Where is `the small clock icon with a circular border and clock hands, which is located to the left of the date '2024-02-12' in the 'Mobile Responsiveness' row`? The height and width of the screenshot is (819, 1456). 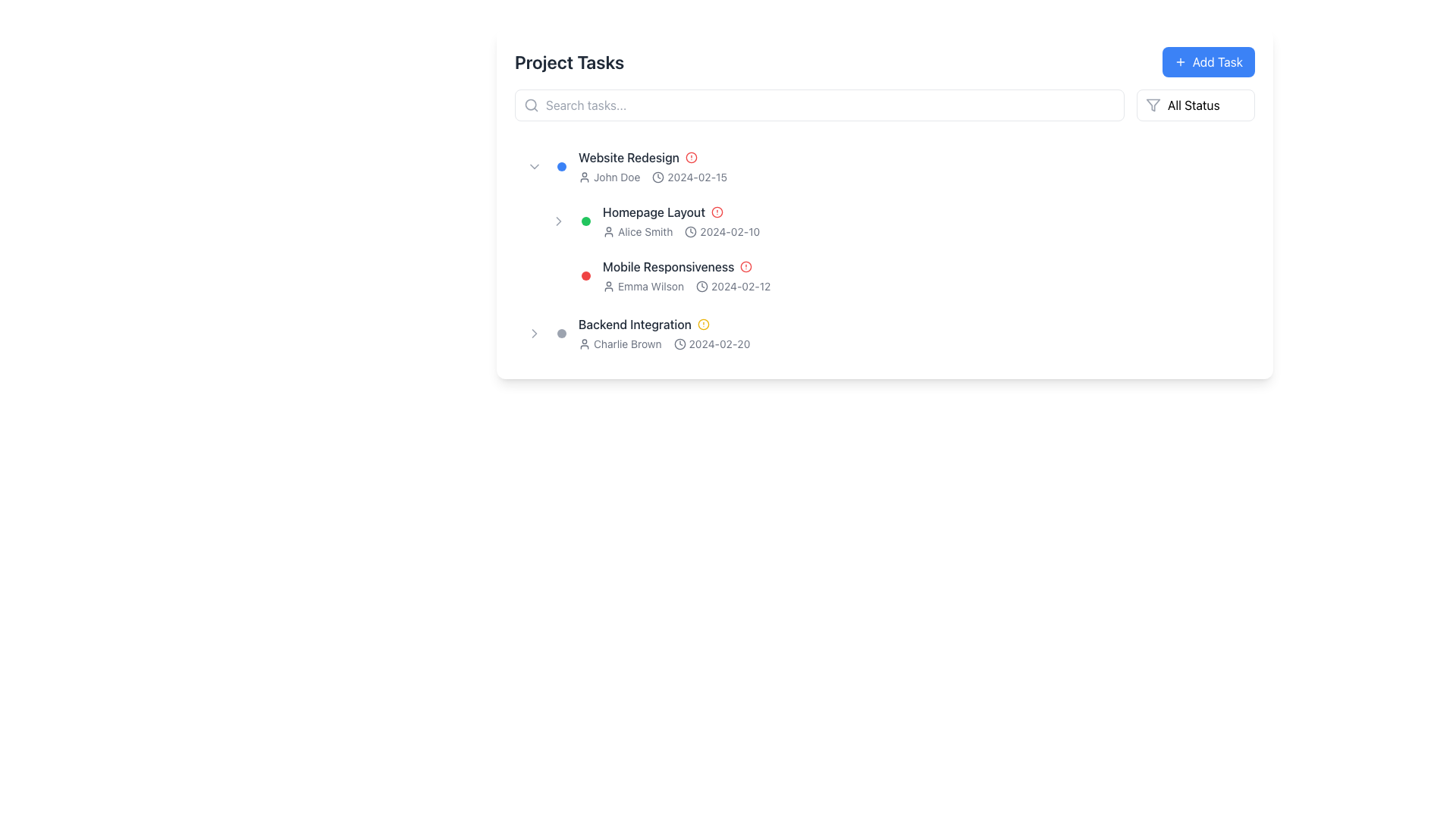 the small clock icon with a circular border and clock hands, which is located to the left of the date '2024-02-12' in the 'Mobile Responsiveness' row is located at coordinates (701, 287).